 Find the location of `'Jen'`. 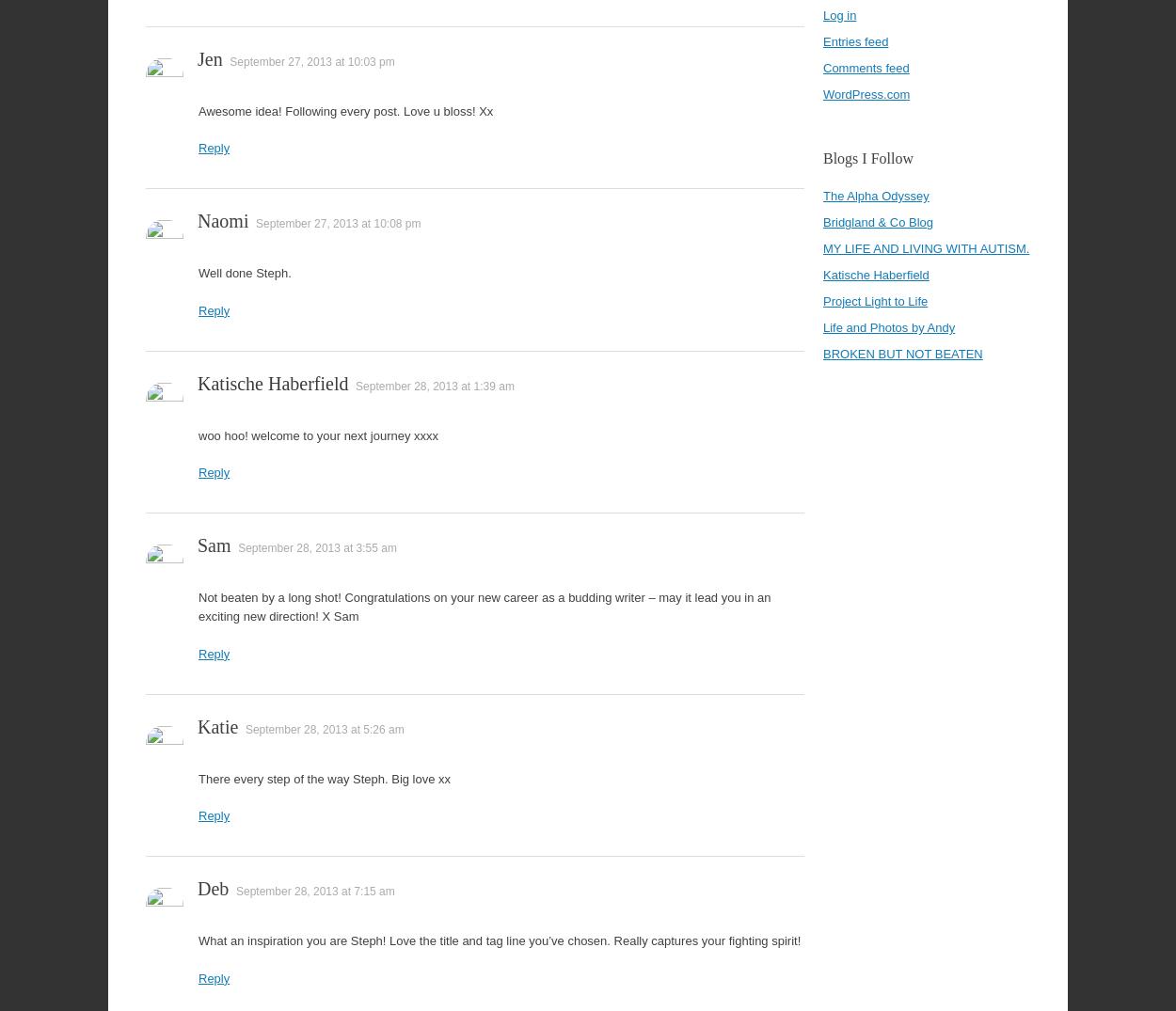

'Jen' is located at coordinates (209, 58).